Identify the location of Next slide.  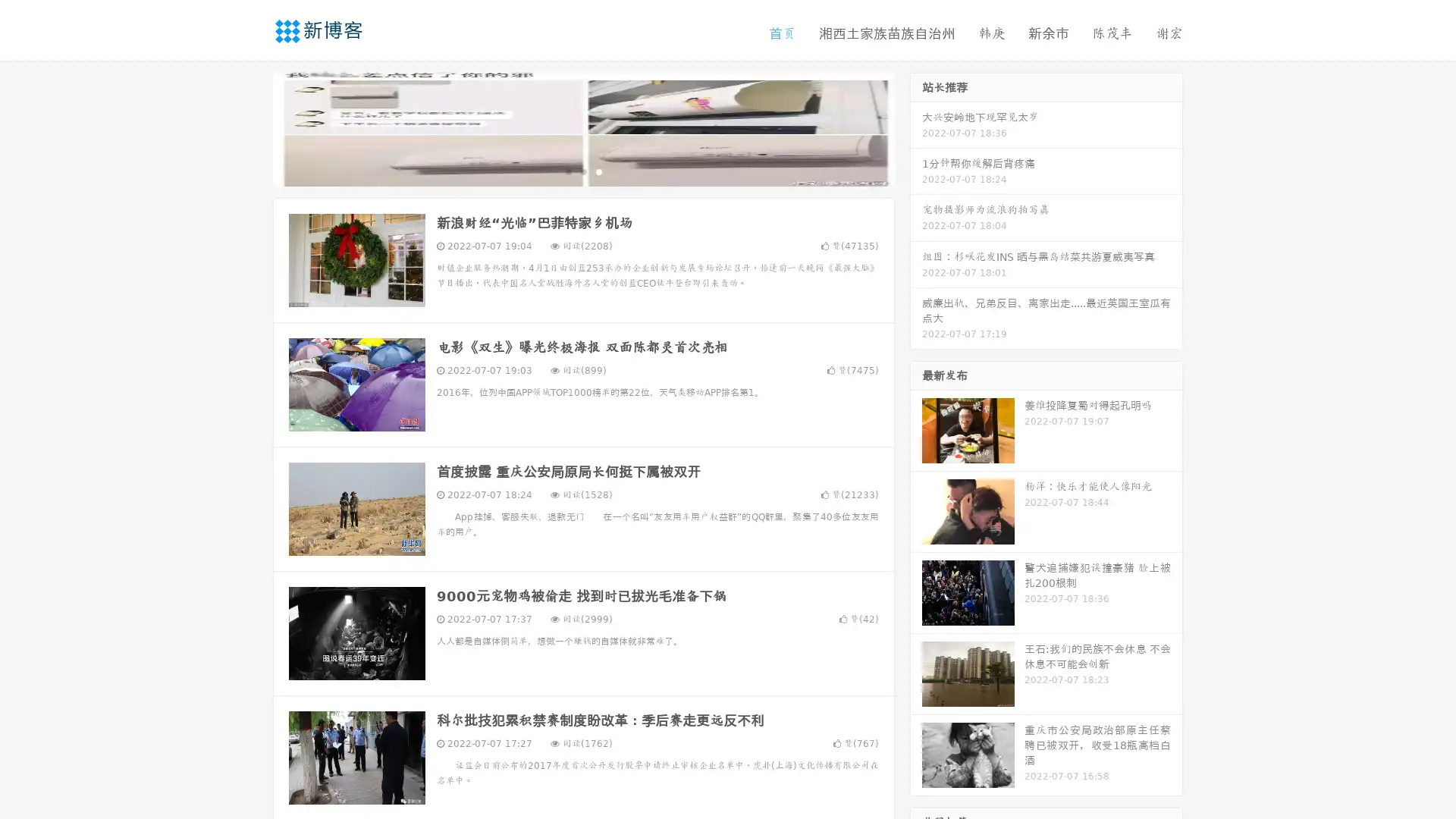
(916, 127).